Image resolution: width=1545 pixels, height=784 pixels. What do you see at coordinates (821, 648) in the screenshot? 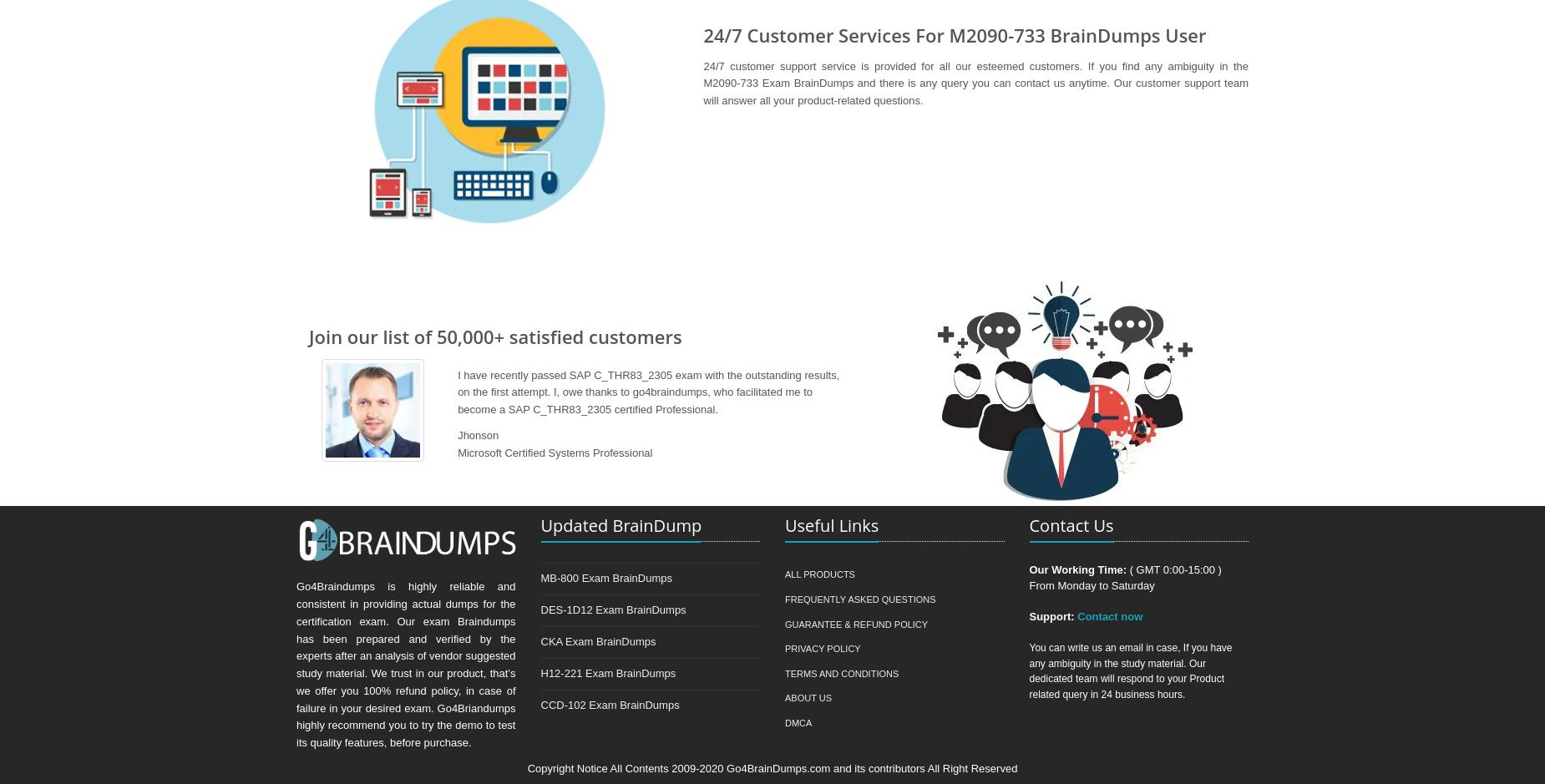
I see `'Privacy Policy'` at bounding box center [821, 648].